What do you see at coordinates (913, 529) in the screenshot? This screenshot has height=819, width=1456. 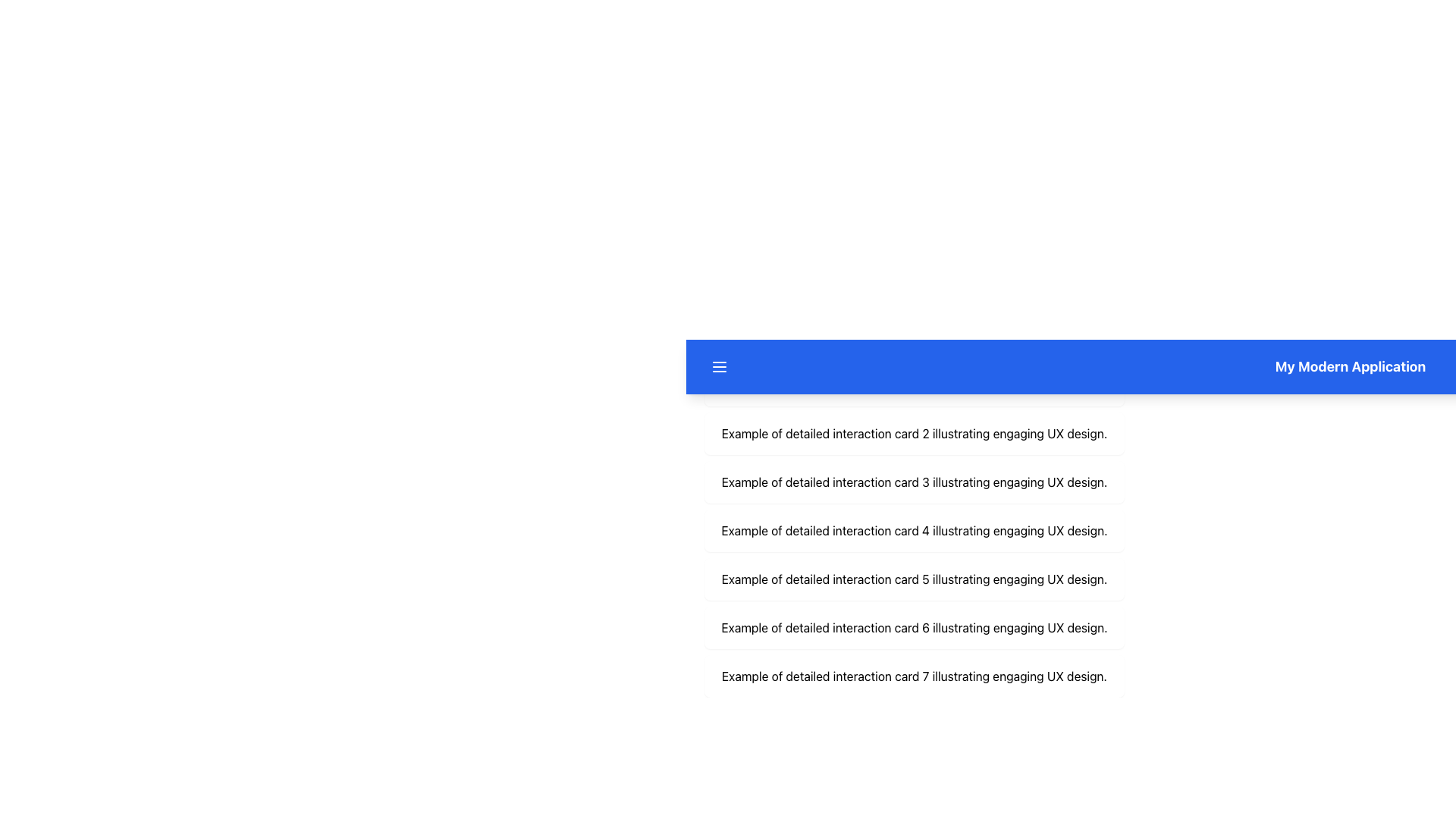 I see `the fourth static text card in a vertically stacked list, which is located centrally to the right of the navigation bar, for informational reading purposes` at bounding box center [913, 529].